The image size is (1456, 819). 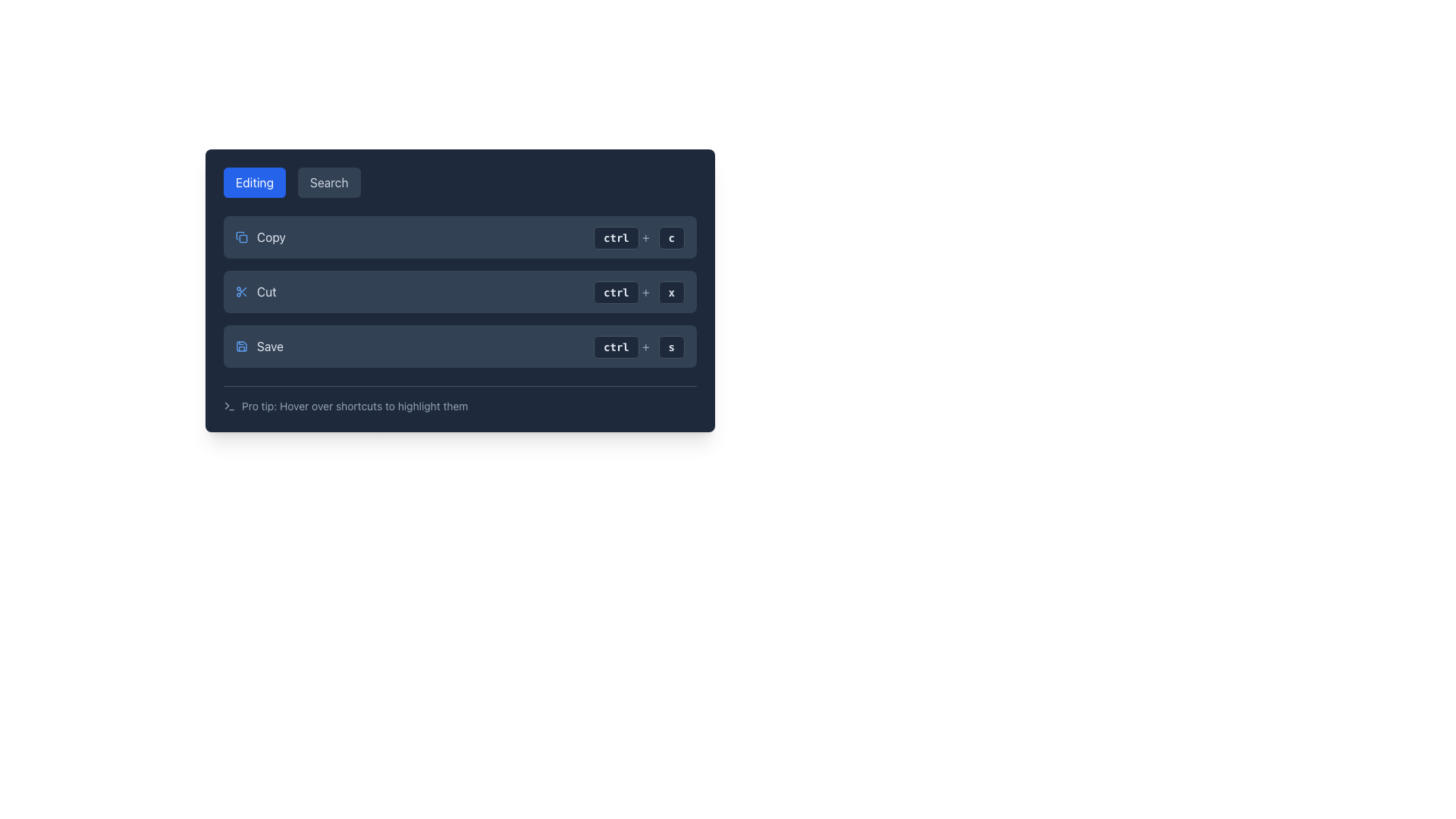 I want to click on the text label displaying 'ctrl+' which is styled with 'ctrl' in bold and highlighted text, located adjacent to the 'Copy' label on the left and 'c' on the right, so click(x=623, y=237).